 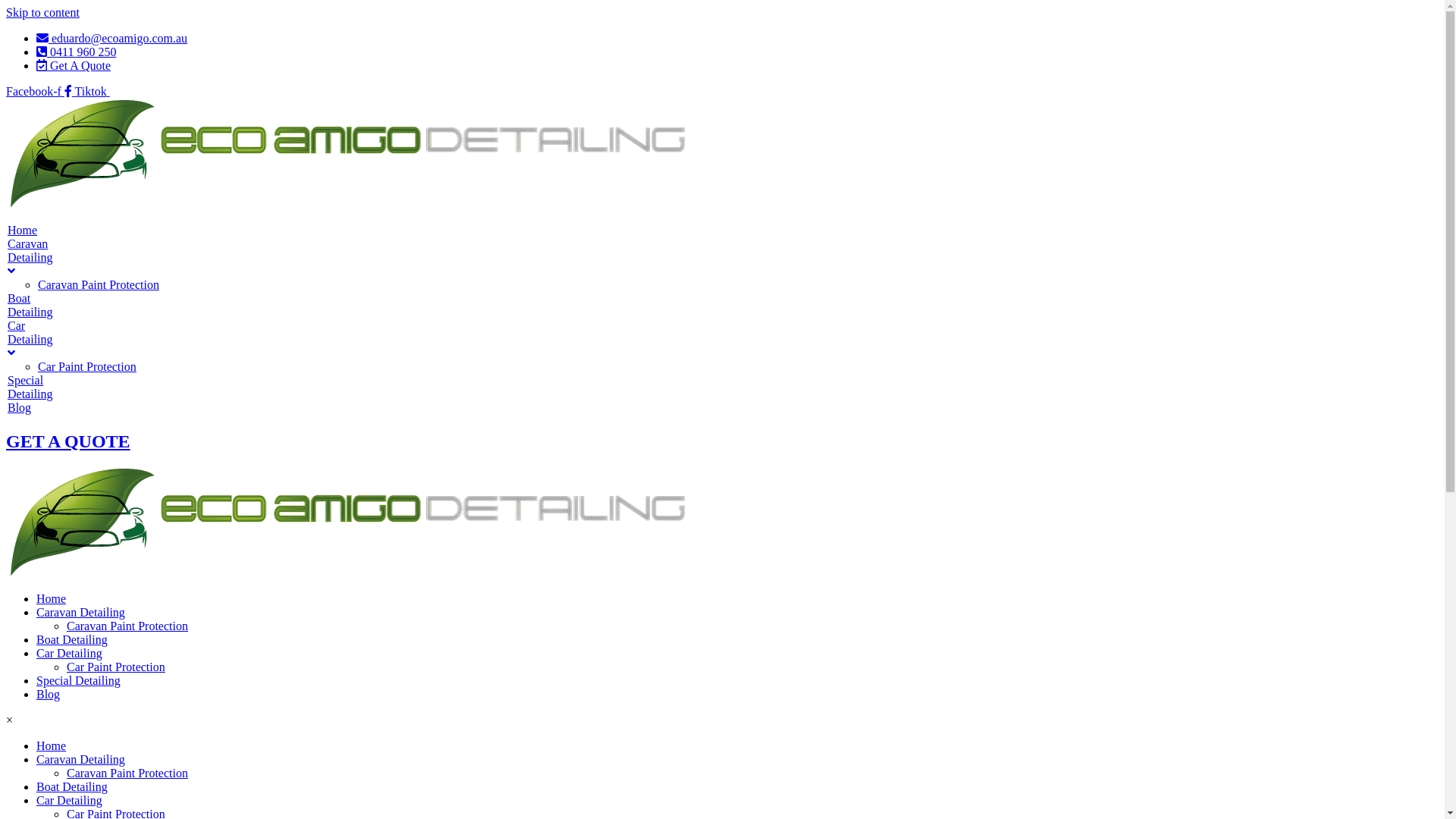 I want to click on 'Facebook-f', so click(x=40, y=91).